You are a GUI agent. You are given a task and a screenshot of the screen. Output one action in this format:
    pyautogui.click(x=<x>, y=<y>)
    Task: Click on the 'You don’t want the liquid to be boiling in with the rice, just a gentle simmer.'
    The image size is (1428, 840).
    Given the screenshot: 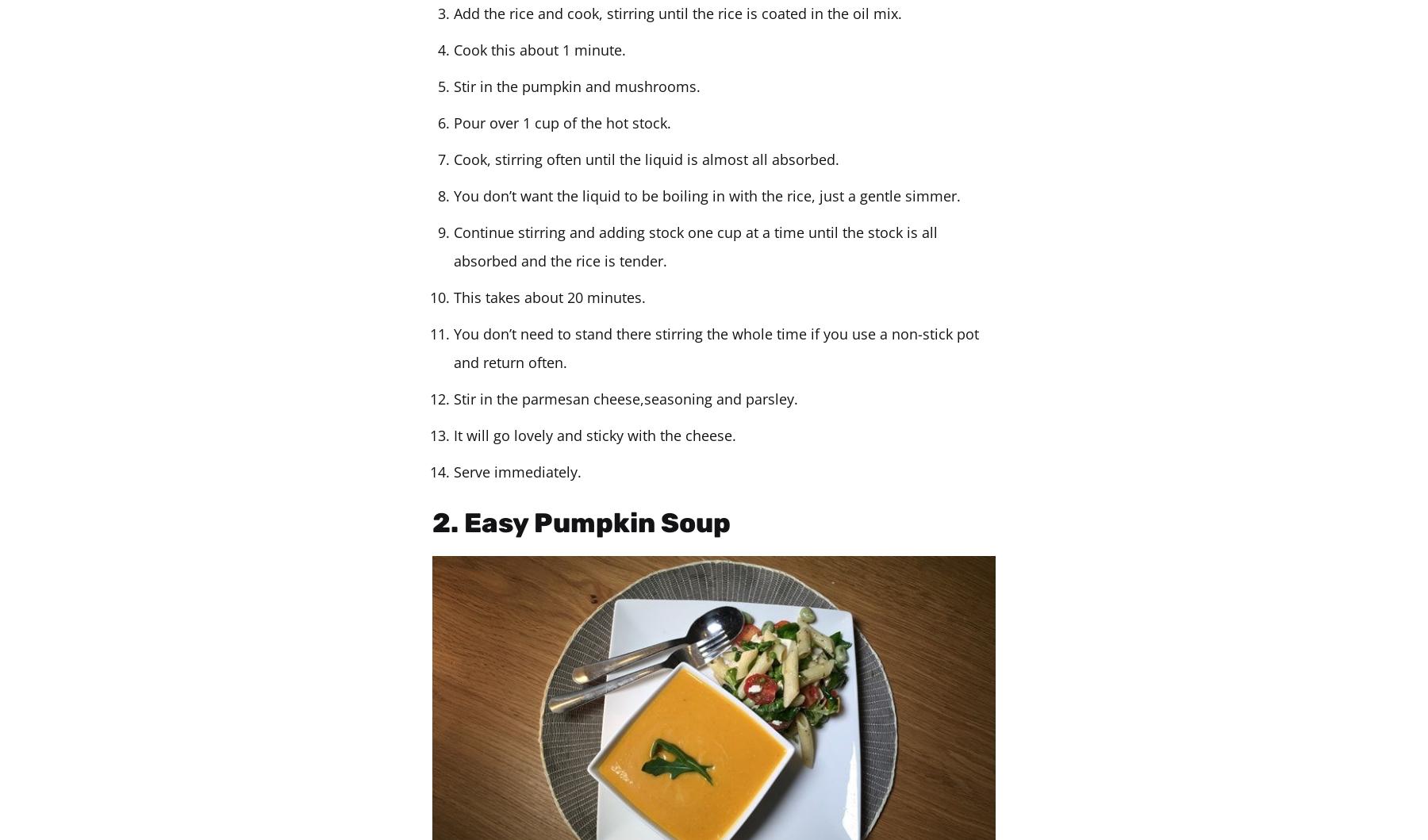 What is the action you would take?
    pyautogui.click(x=707, y=195)
    